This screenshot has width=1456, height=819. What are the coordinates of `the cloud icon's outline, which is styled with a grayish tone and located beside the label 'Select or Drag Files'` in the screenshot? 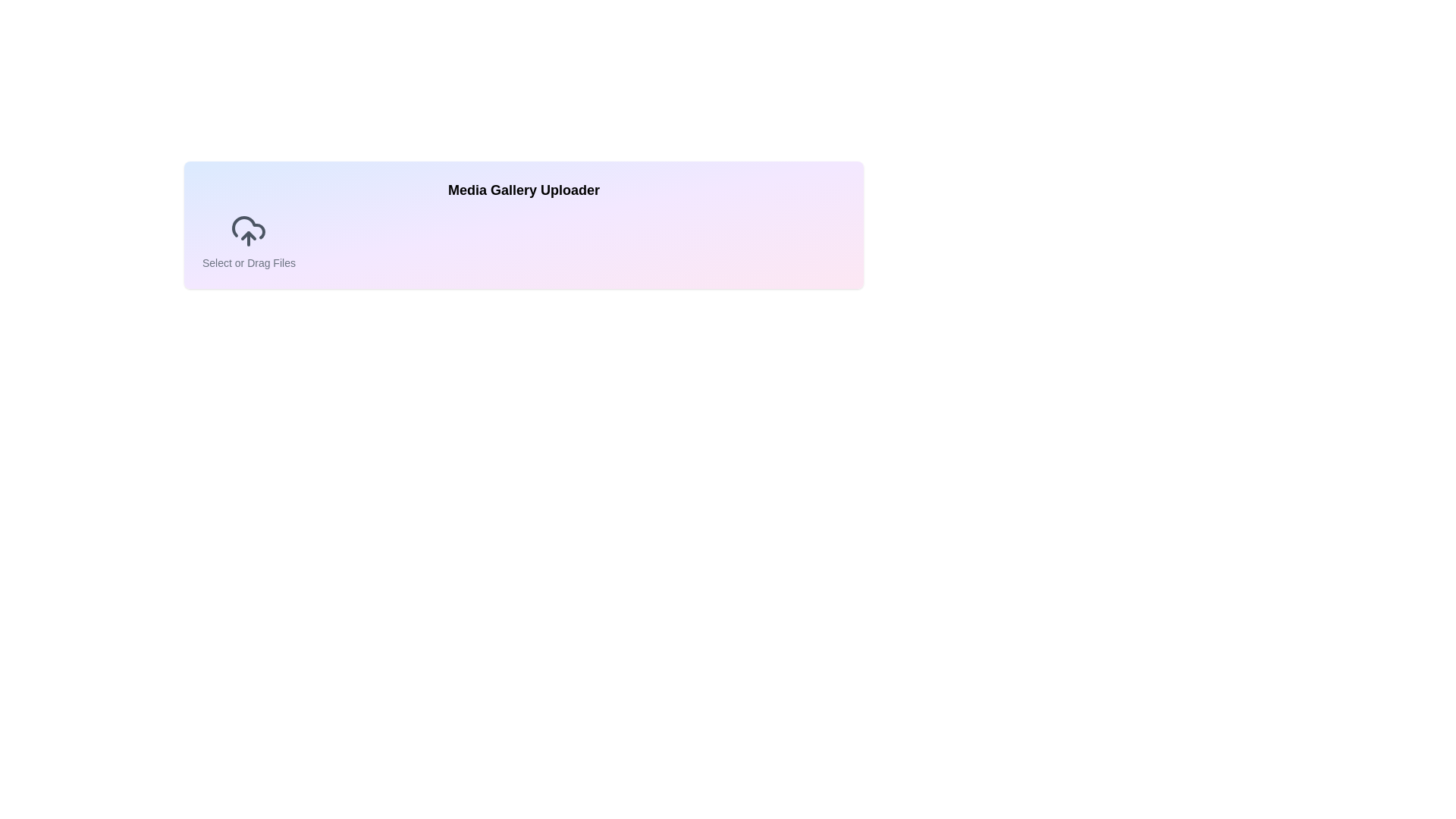 It's located at (249, 227).